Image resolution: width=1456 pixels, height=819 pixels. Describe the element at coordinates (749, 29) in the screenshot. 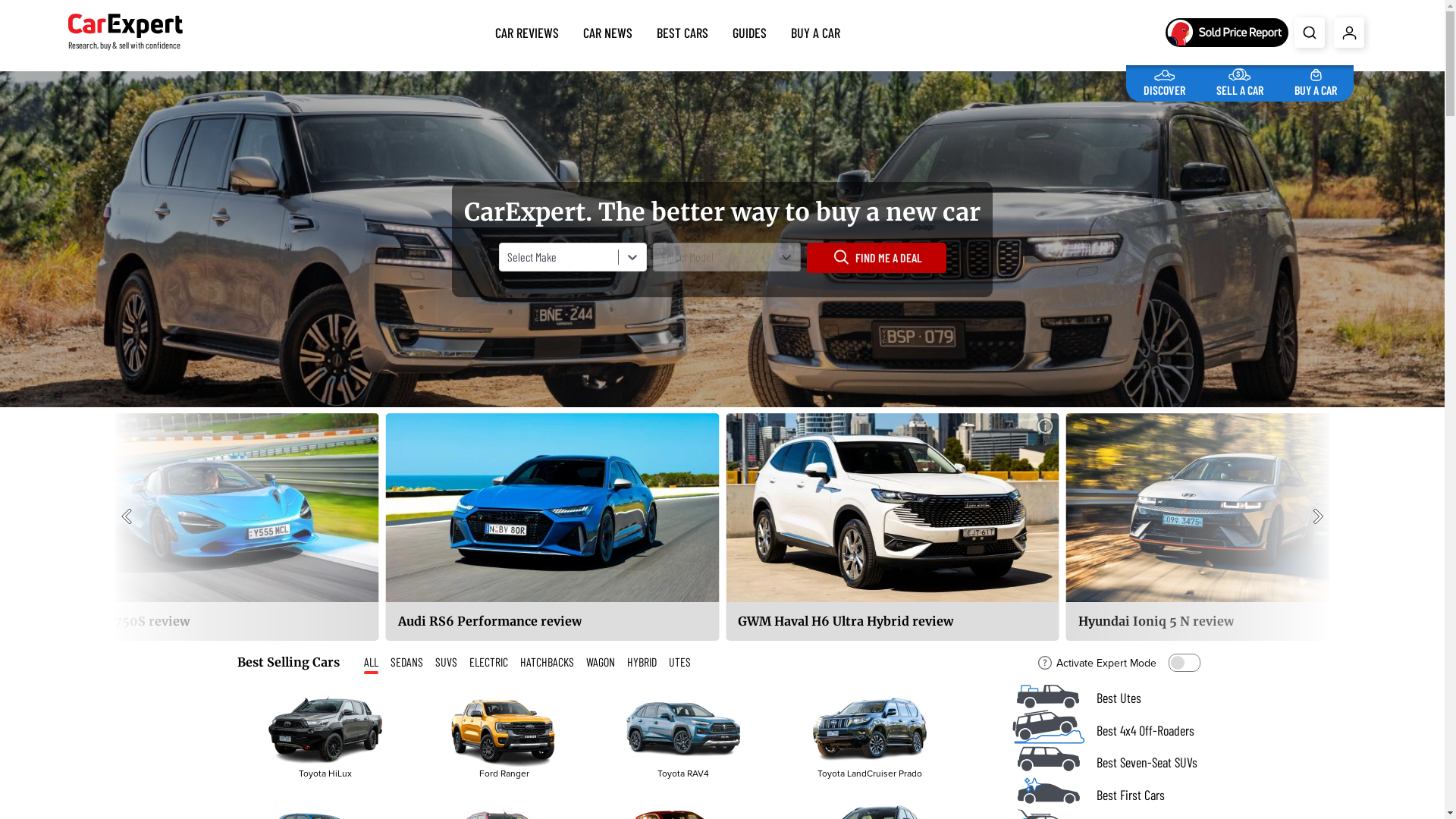

I see `'GUIDES'` at that location.